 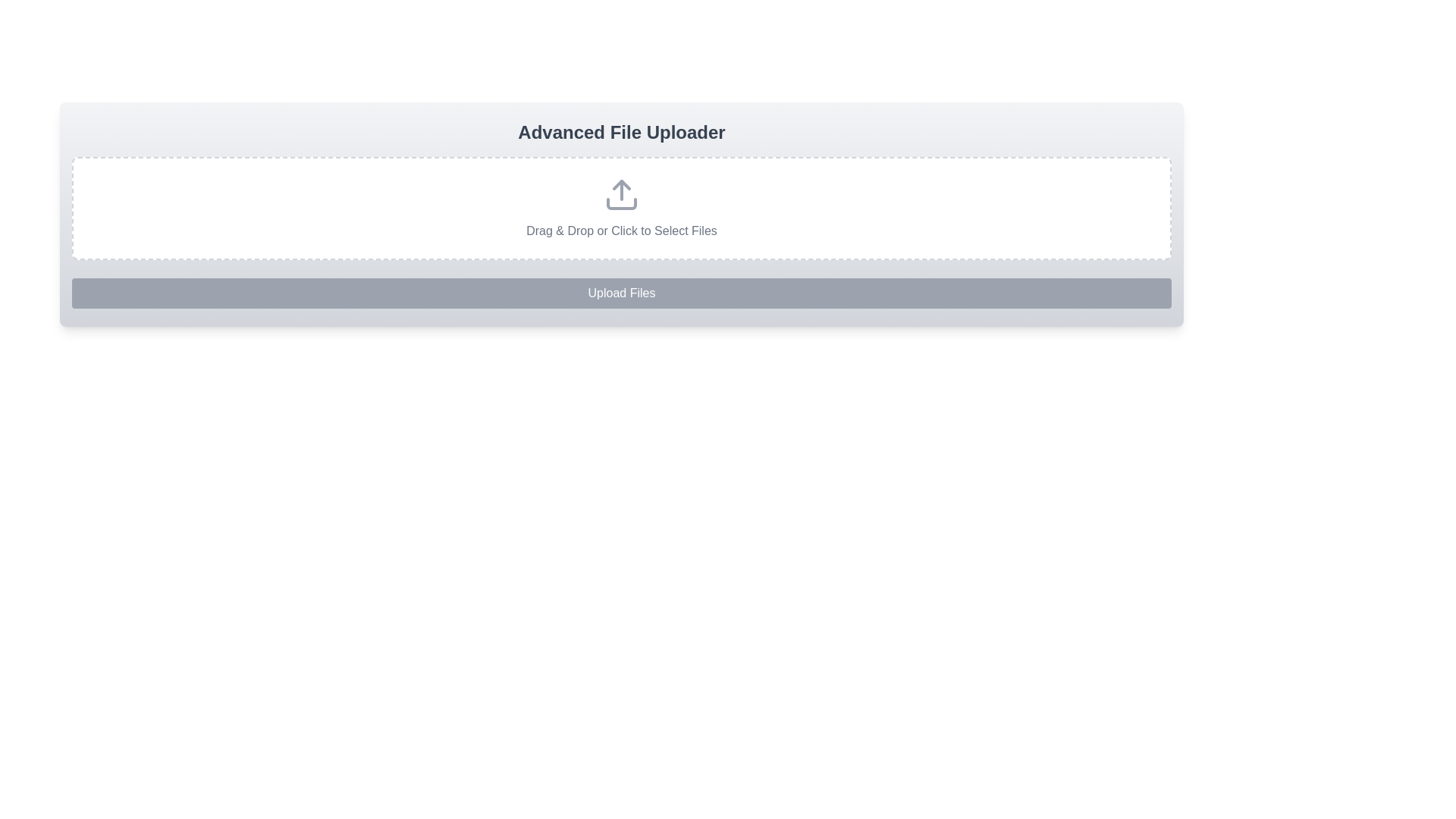 What do you see at coordinates (622, 131) in the screenshot?
I see `centered heading text that says 'Advanced File Uploader', which is styled with a large bold gray font and located above the file uploader section` at bounding box center [622, 131].